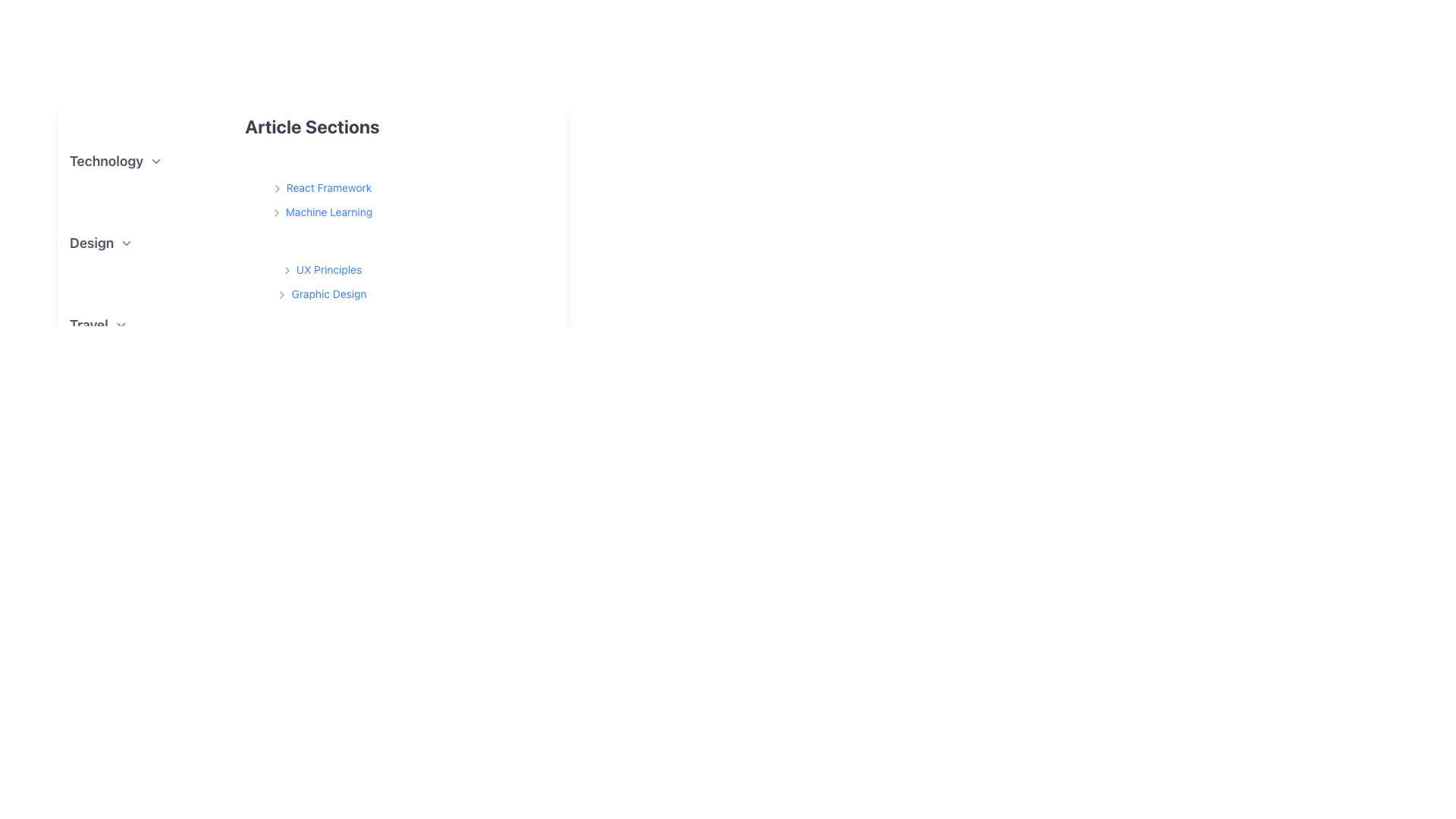  What do you see at coordinates (320, 212) in the screenshot?
I see `the hyperlink for 'Machine Learning' located under the 'Technology' category` at bounding box center [320, 212].